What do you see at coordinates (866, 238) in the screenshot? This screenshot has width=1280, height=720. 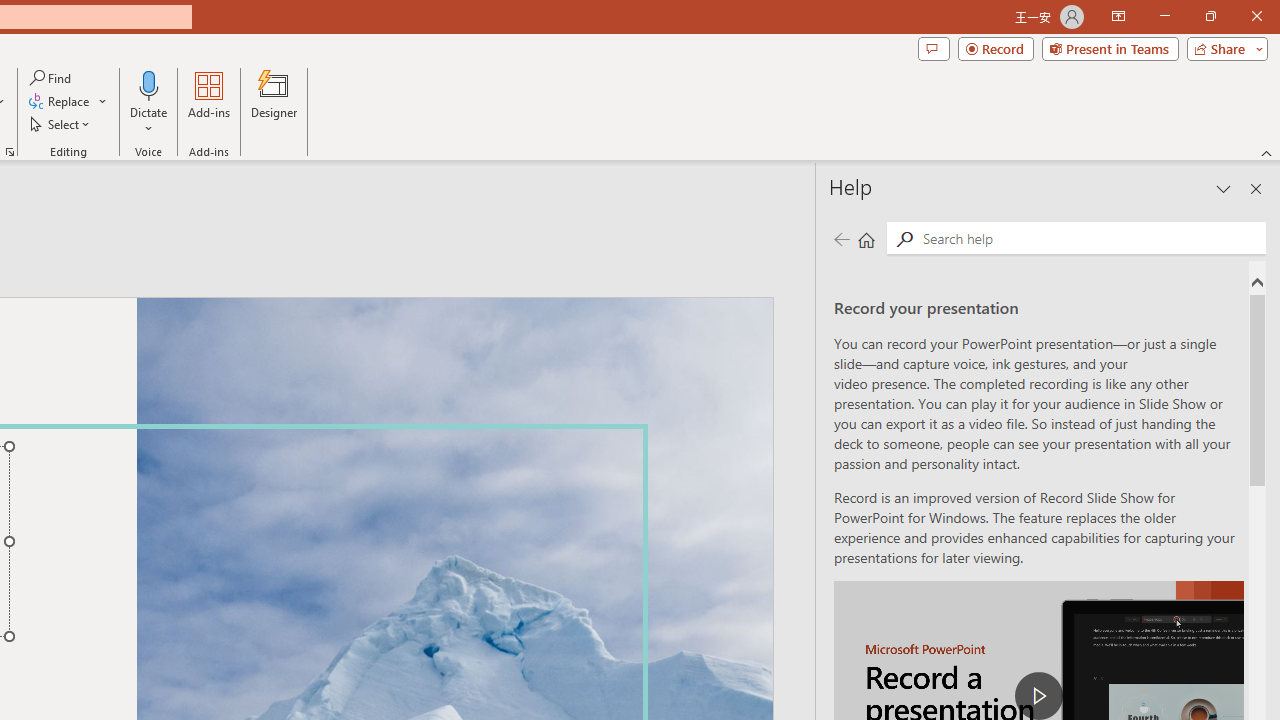 I see `'Home'` at bounding box center [866, 238].